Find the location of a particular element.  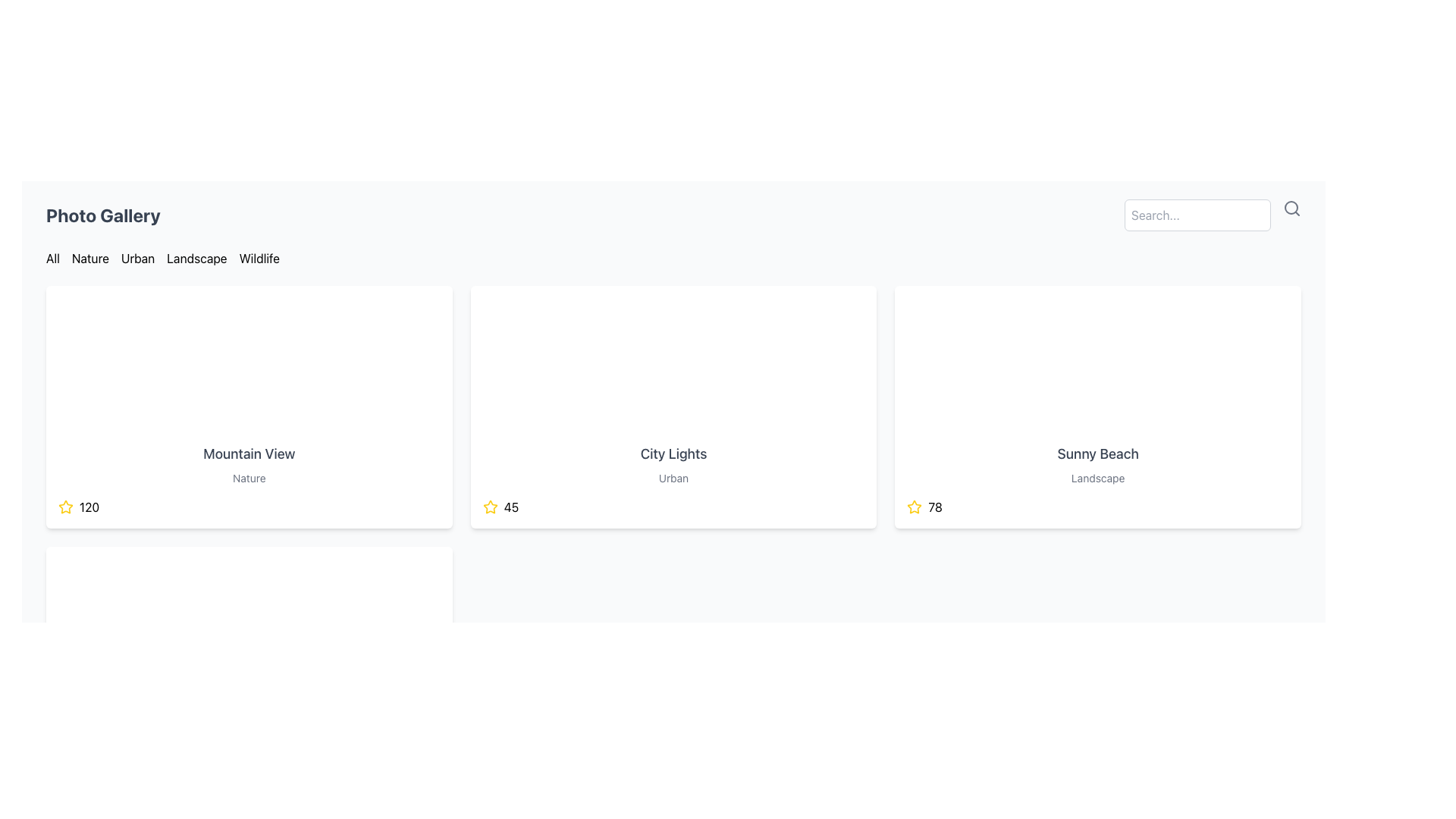

numerical count displayed in the bottom-left corner of the third card in the photo gallery row, adjacent to the star-shaped icon is located at coordinates (934, 507).